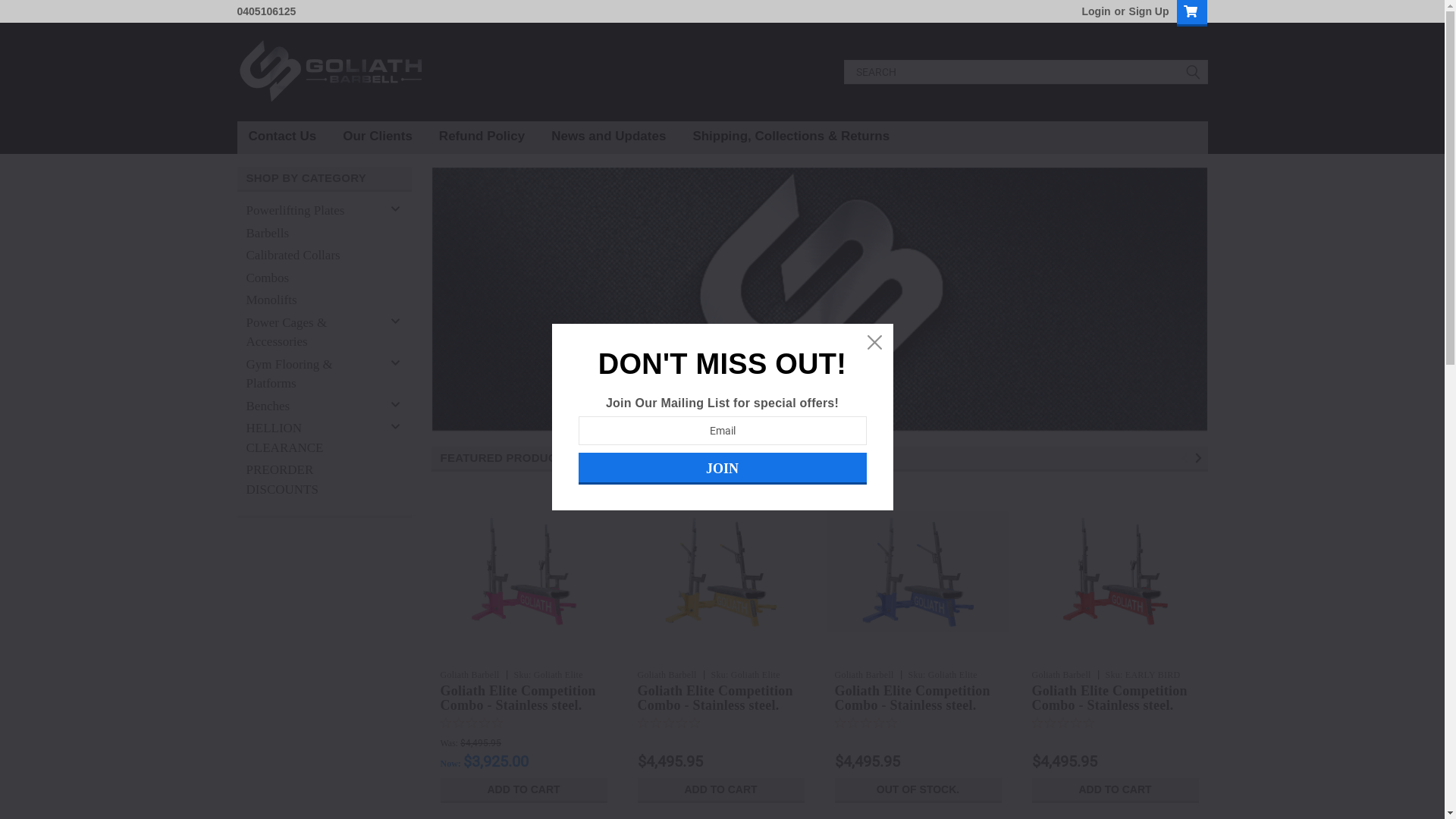 This screenshot has width=1456, height=819. Describe the element at coordinates (236, 438) in the screenshot. I see `'HELLION CLEARANCE'` at that location.